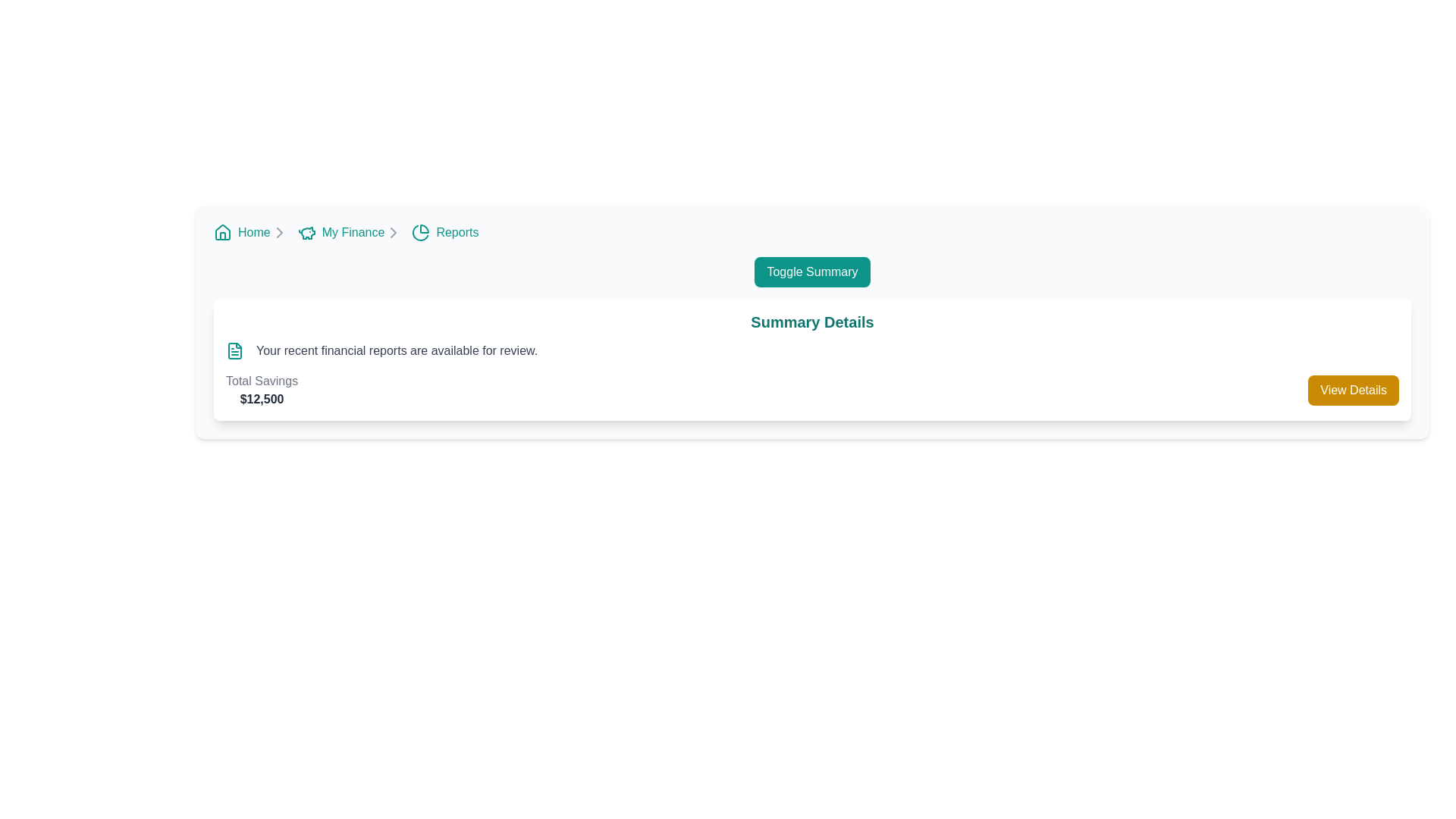 The height and width of the screenshot is (819, 1456). I want to click on text label displaying 'Reports' in teal color, located at the end of the breadcrumb navigation bar above the summary card, so click(457, 233).